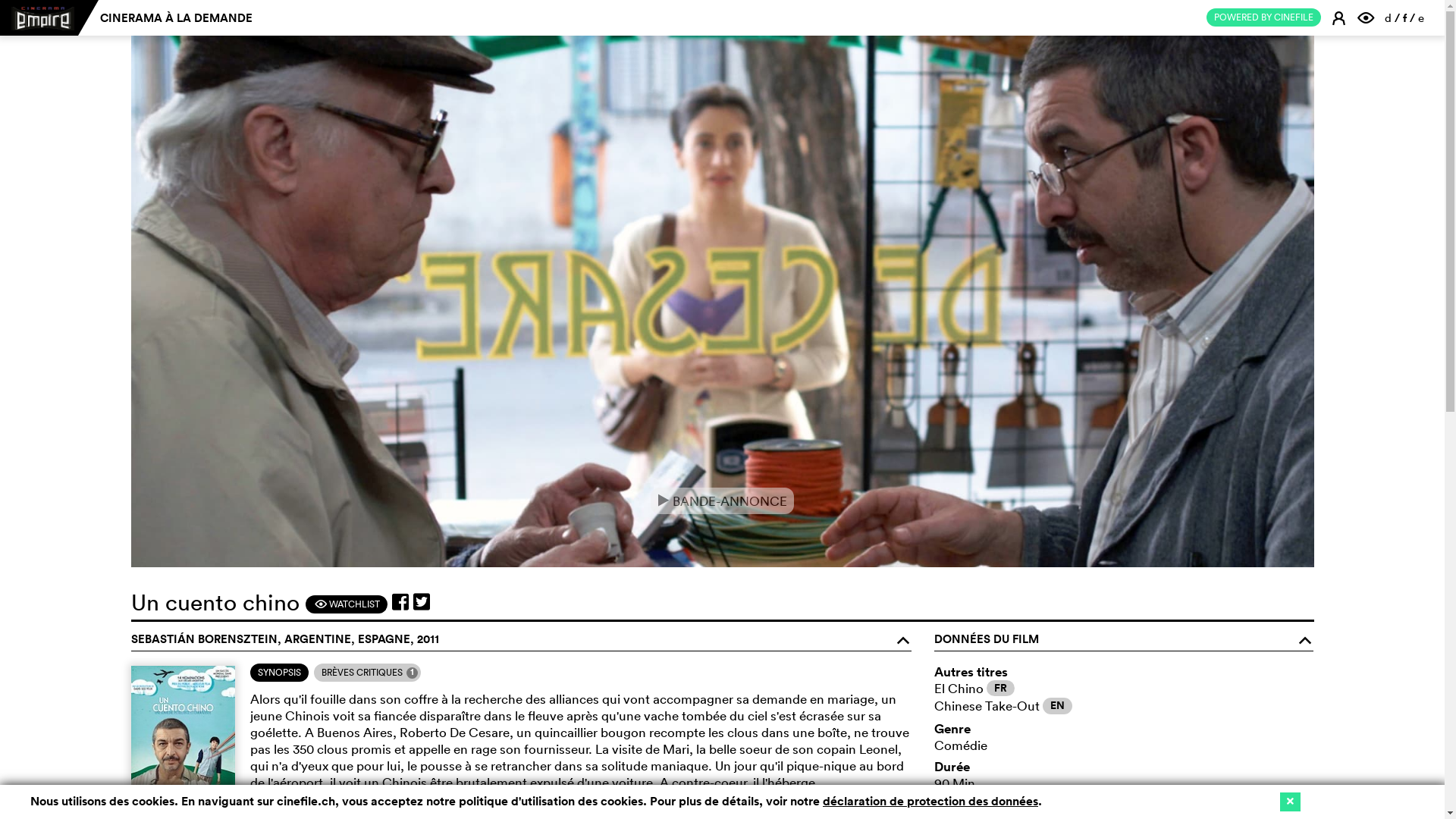  Describe the element at coordinates (651, 500) in the screenshot. I see `'e BANDE-ANNONCE'` at that location.